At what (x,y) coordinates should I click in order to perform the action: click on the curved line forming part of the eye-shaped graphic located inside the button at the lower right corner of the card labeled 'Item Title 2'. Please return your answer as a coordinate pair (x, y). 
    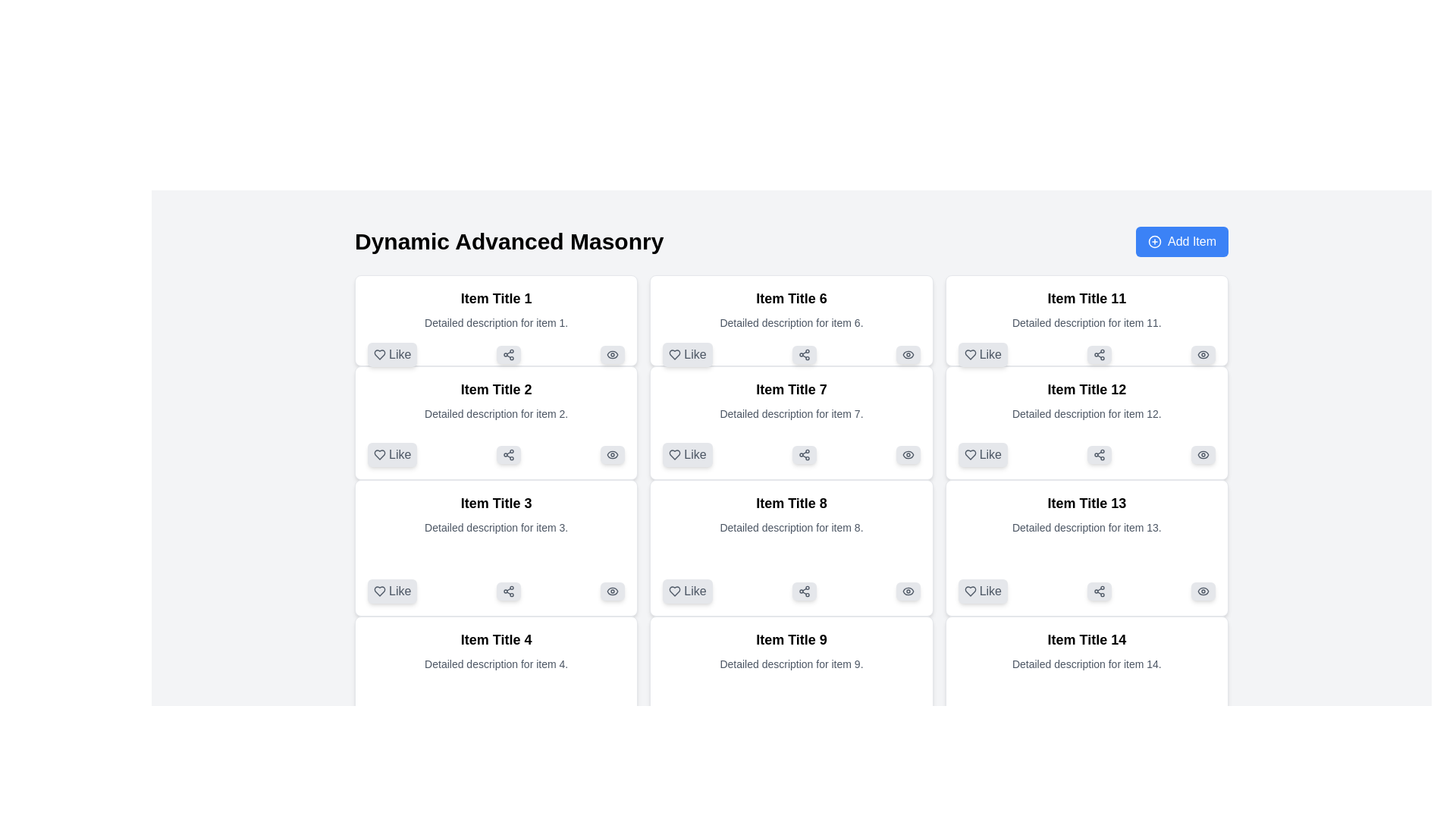
    Looking at the image, I should click on (613, 354).